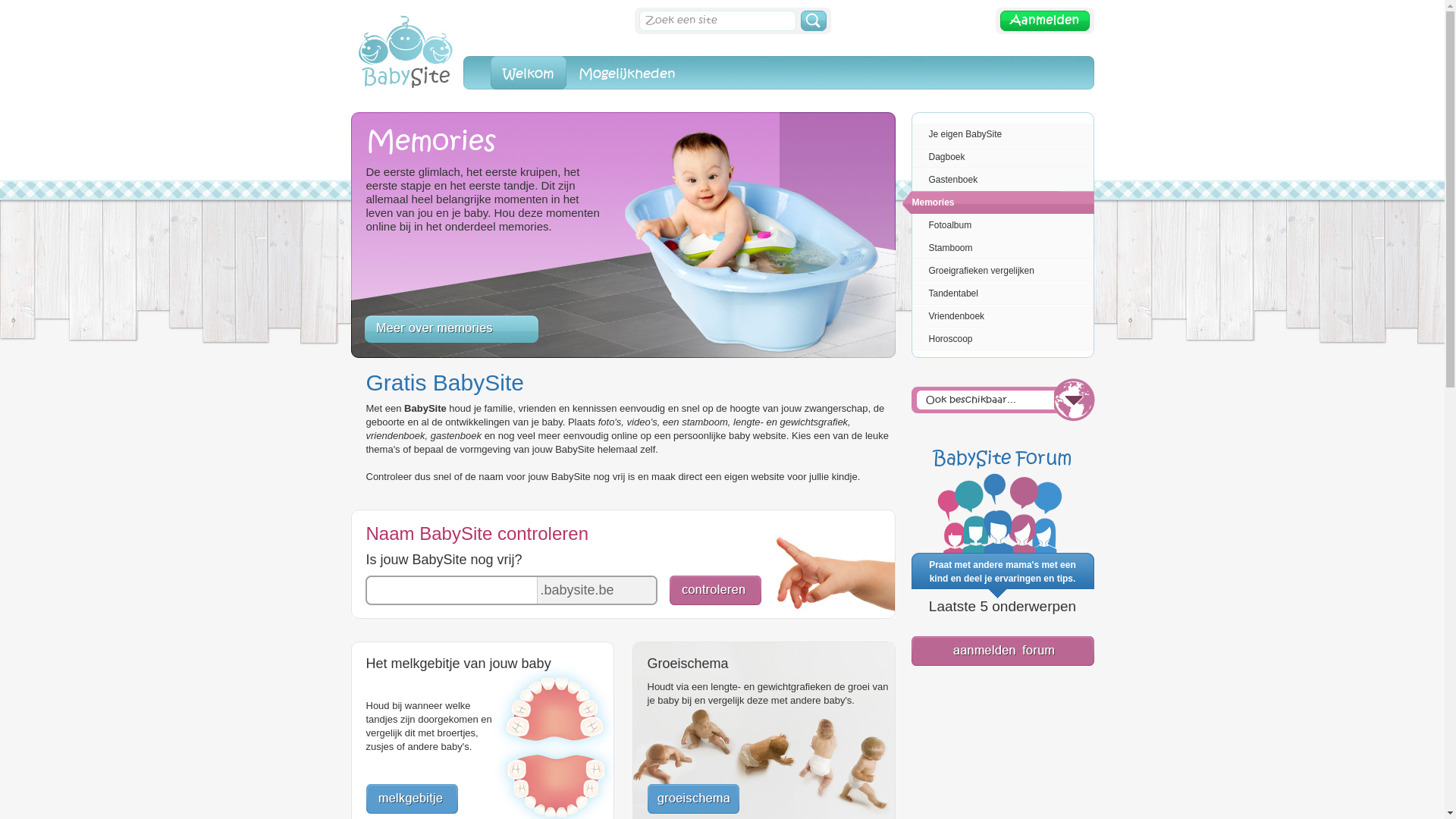 The height and width of the screenshot is (819, 1456). What do you see at coordinates (998, 293) in the screenshot?
I see `'Tandentabel'` at bounding box center [998, 293].